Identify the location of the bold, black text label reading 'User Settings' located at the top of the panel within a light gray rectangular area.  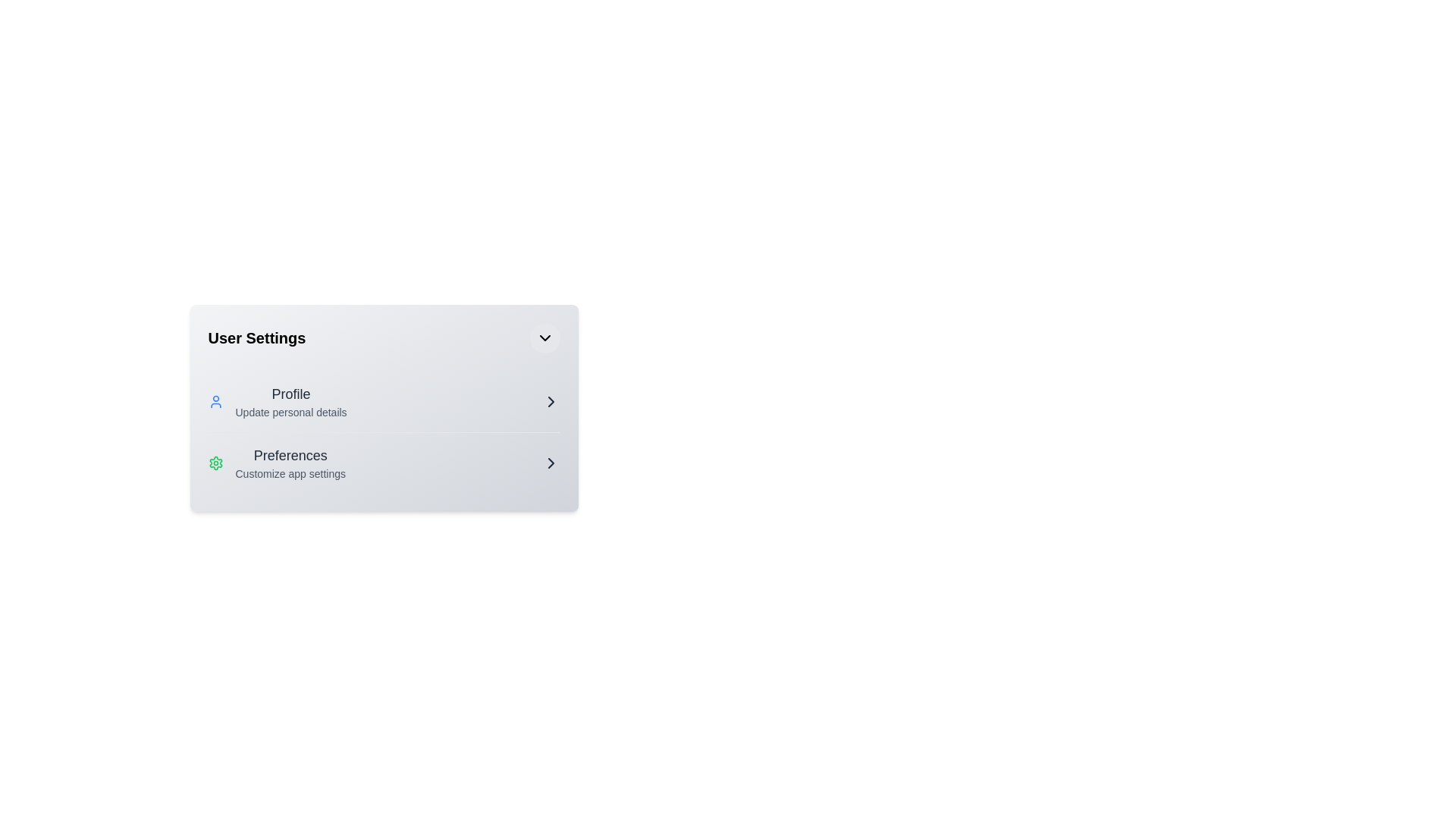
(256, 337).